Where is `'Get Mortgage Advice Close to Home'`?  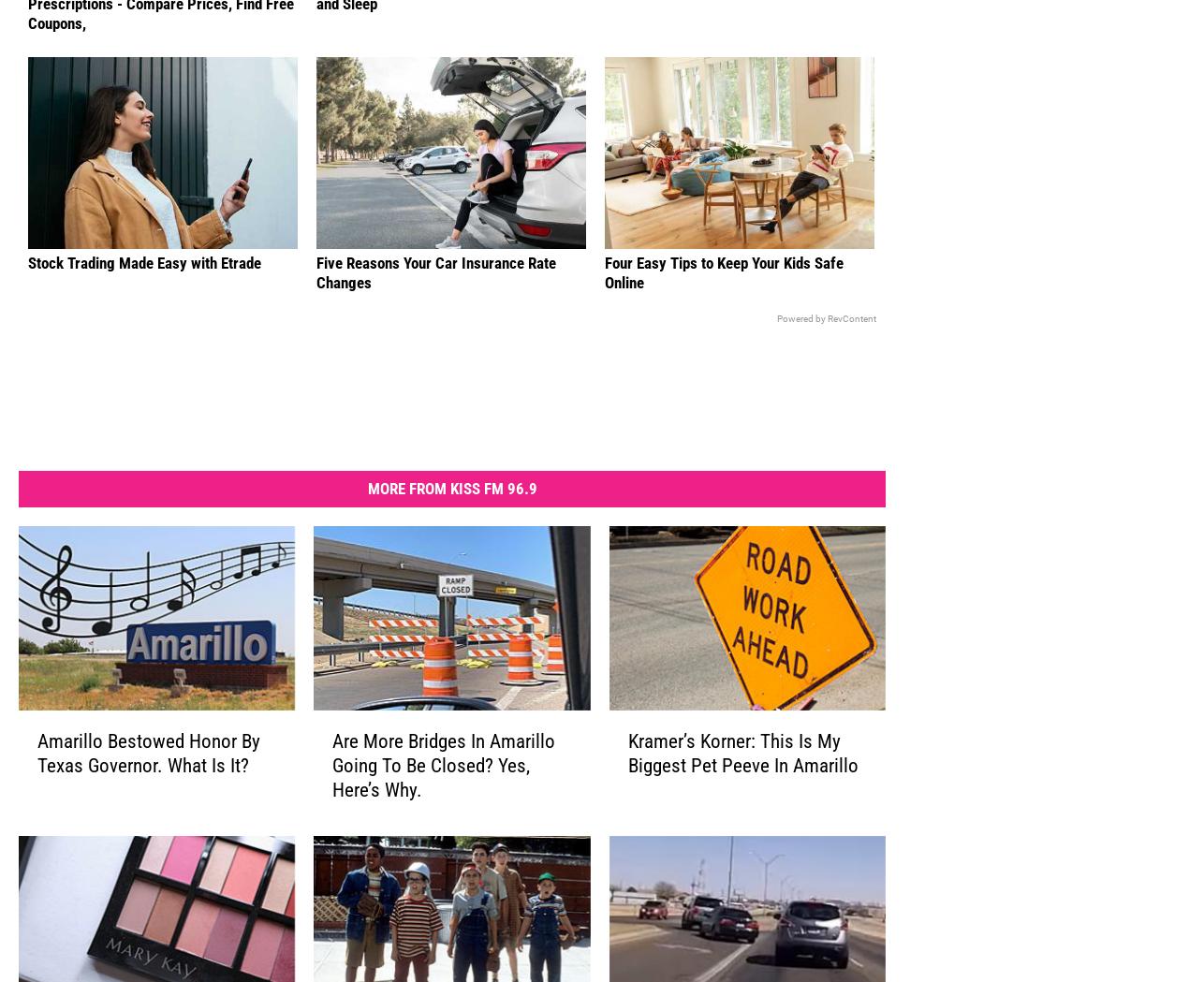
'Get Mortgage Advice Close to Home' is located at coordinates (719, 13).